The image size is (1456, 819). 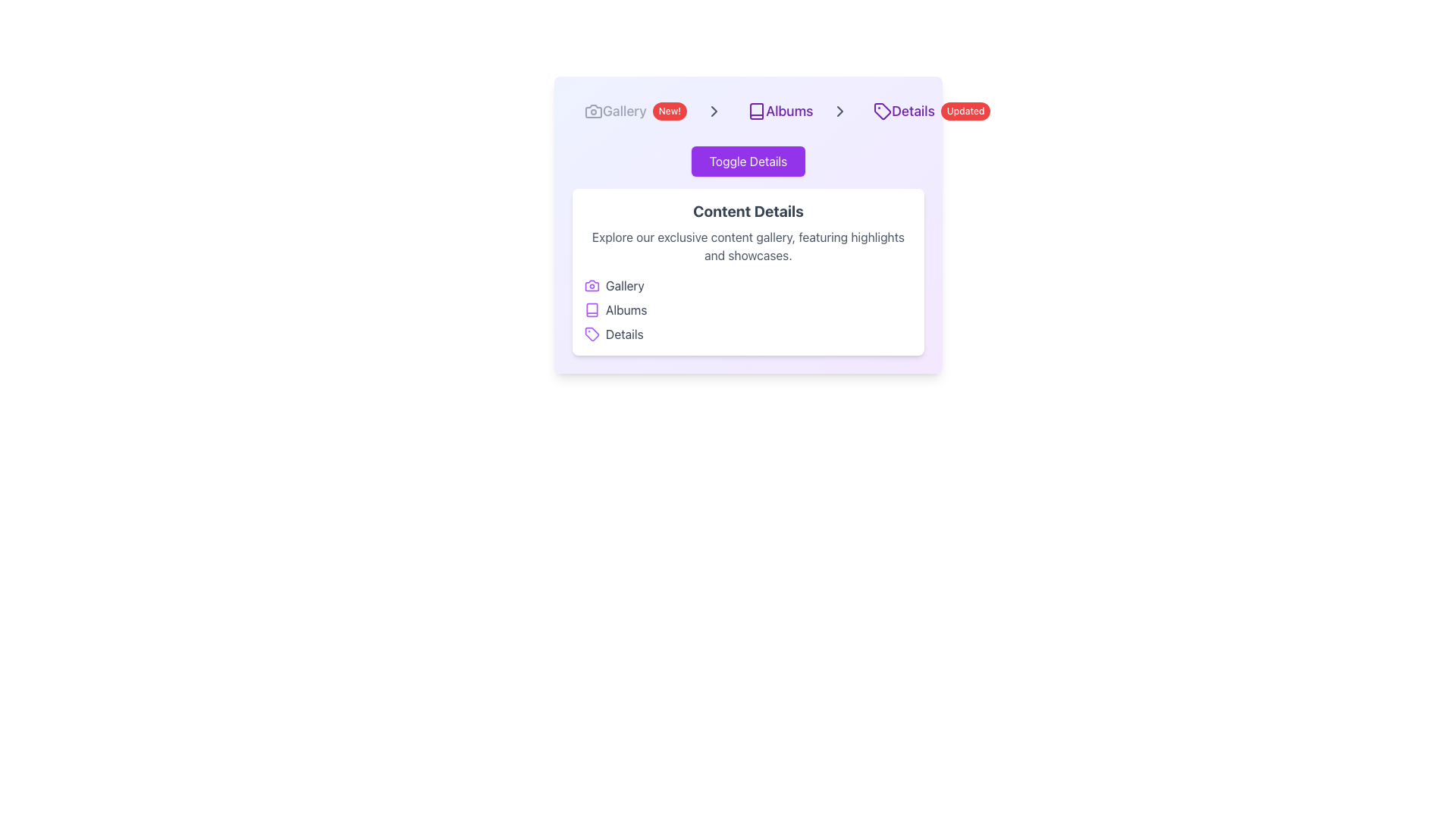 I want to click on the arrow icon located immediately to the right of the 'Albums' text in the breadcrumb navigation bar, which serves as a visual separator between 'Albums' and 'Details', so click(x=839, y=110).